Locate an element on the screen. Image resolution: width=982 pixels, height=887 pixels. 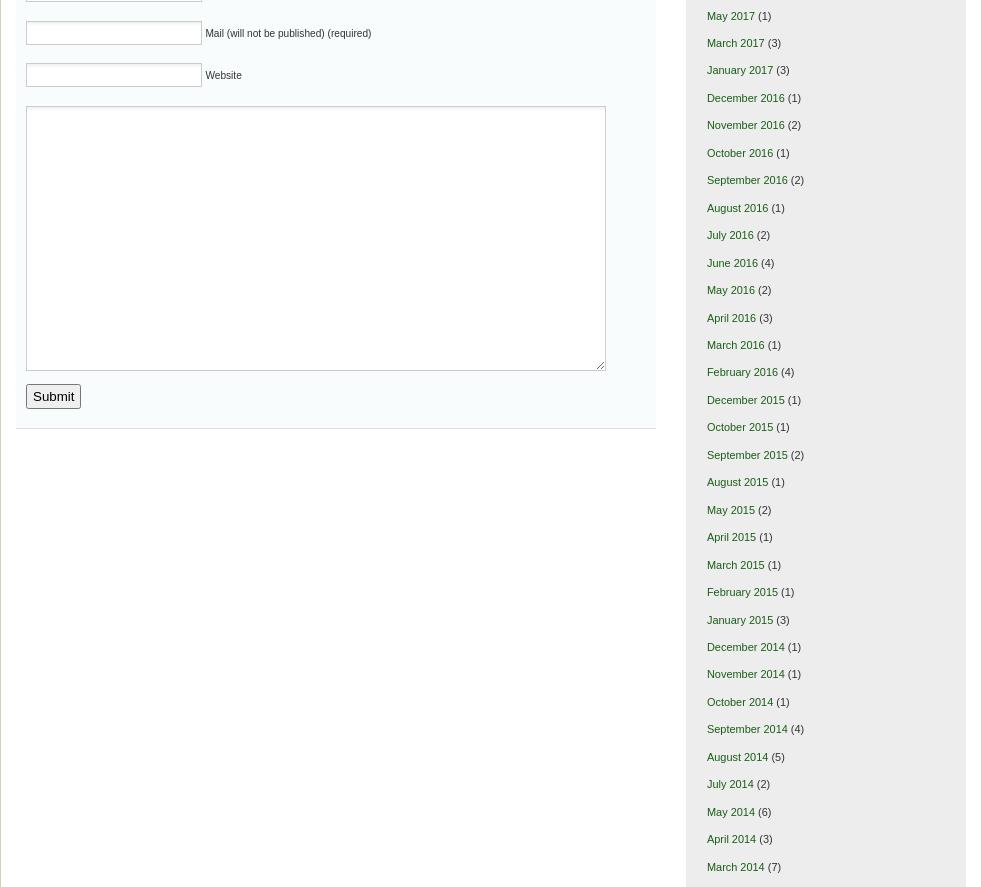
'August 2015' is located at coordinates (735, 480).